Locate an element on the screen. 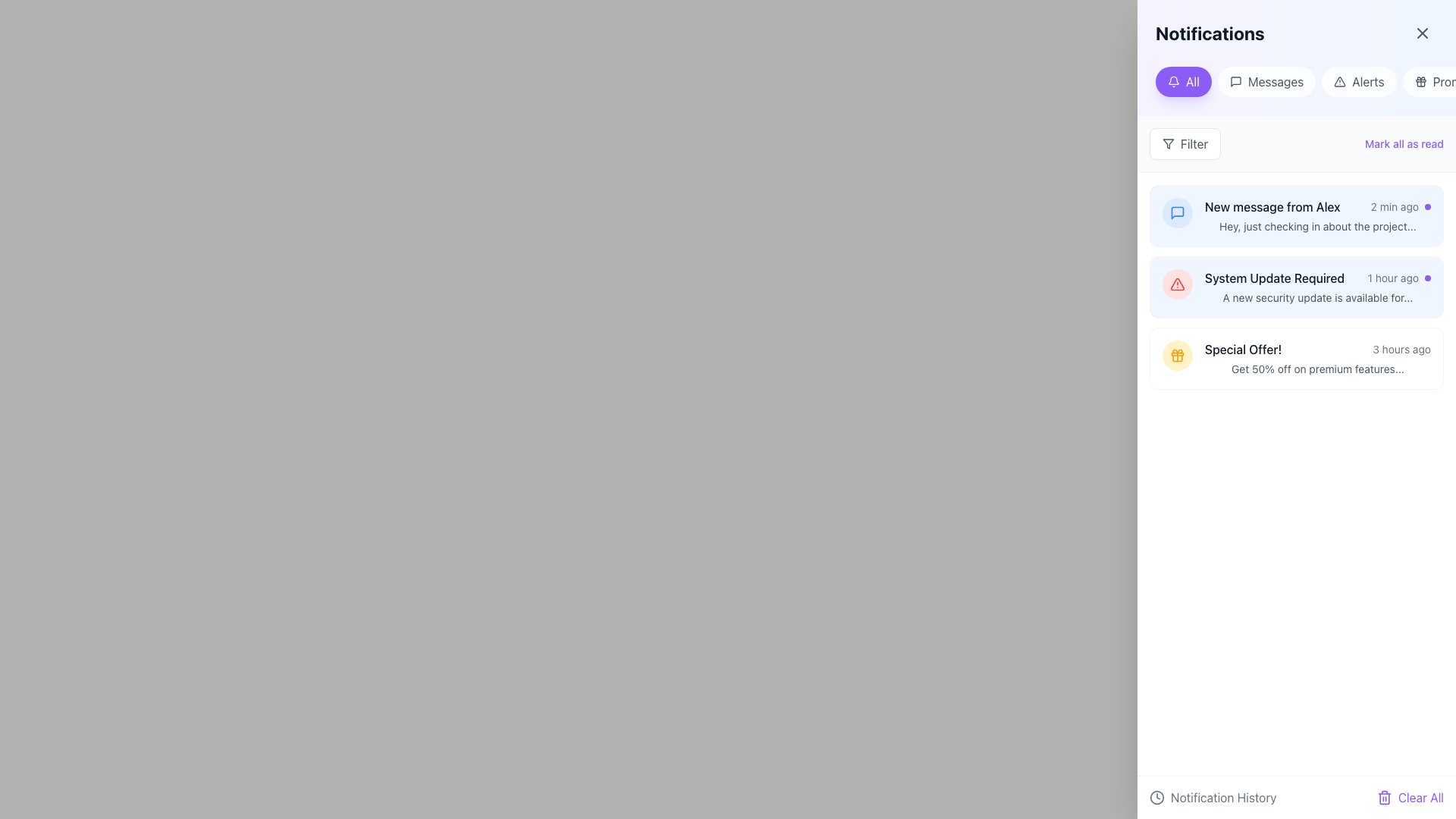 This screenshot has height=819, width=1456. the static text label indicating a special offer in the right-hand notification panel, which is the foremost text on the third notification entry from the top is located at coordinates (1243, 350).